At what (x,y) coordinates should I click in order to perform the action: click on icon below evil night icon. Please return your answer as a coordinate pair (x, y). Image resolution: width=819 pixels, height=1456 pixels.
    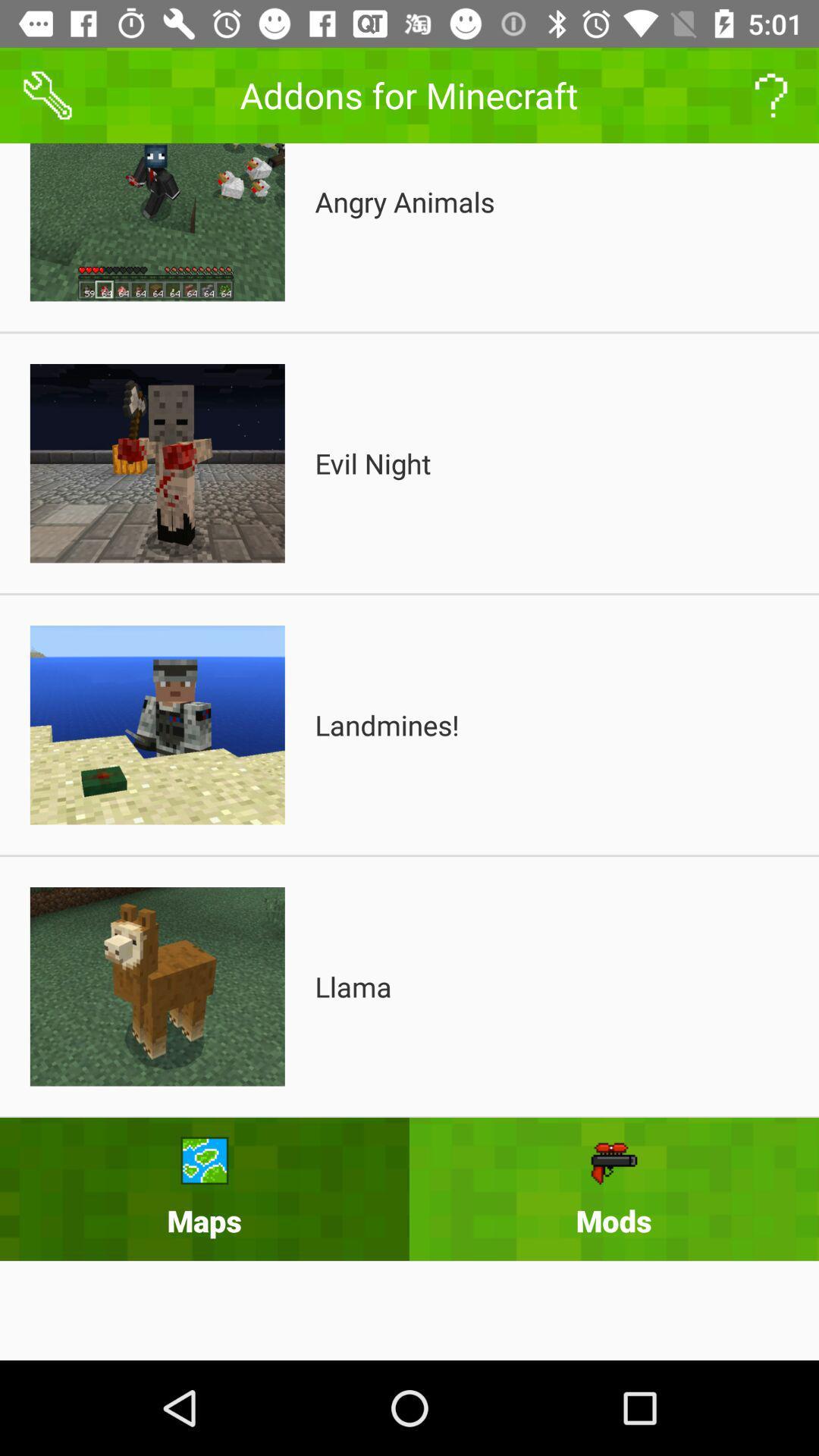
    Looking at the image, I should click on (386, 724).